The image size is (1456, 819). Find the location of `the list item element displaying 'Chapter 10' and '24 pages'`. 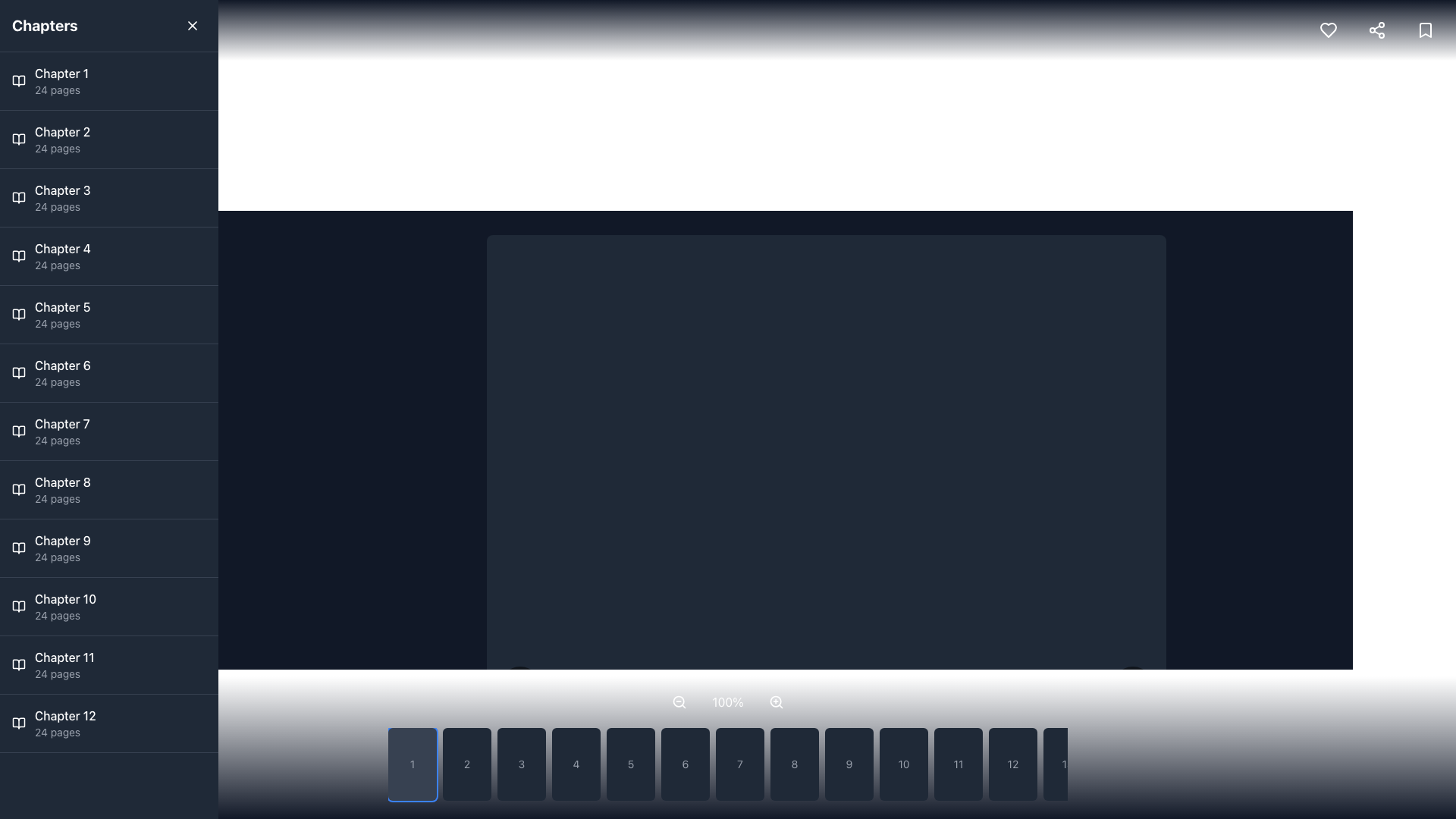

the list item element displaying 'Chapter 10' and '24 pages' is located at coordinates (64, 605).